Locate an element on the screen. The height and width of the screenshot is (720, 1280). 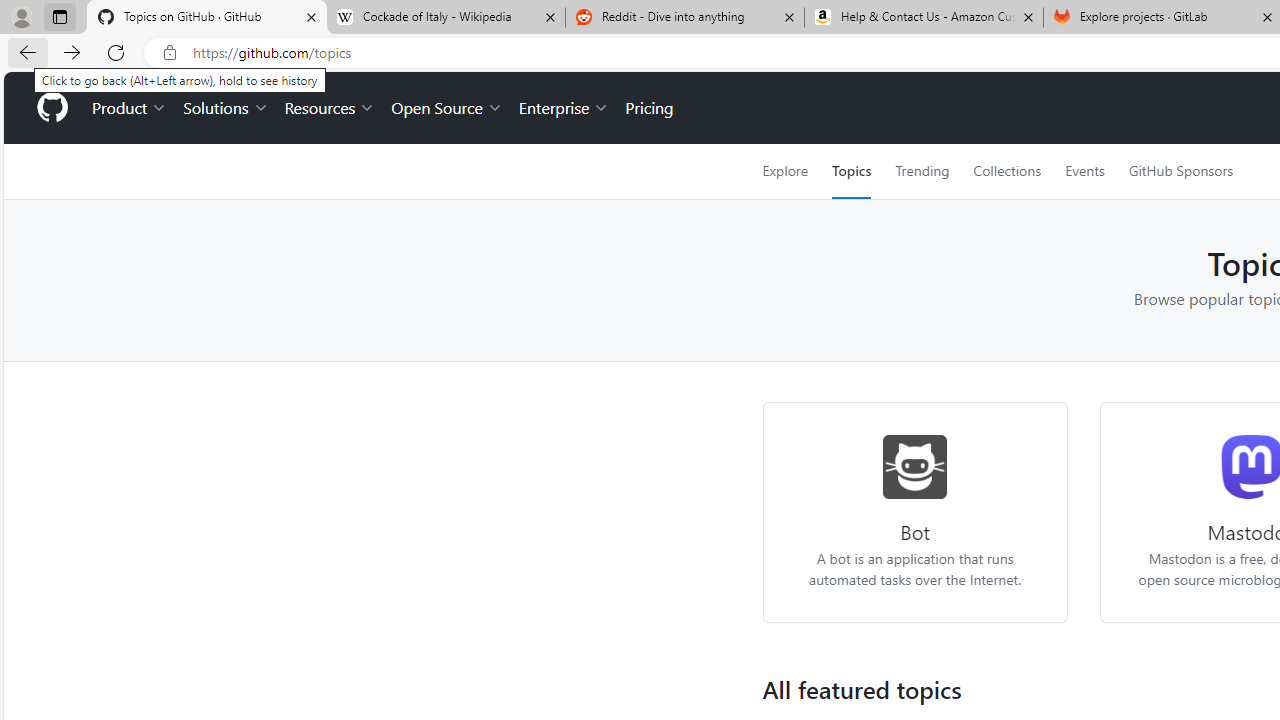
'Pricing' is located at coordinates (649, 108).